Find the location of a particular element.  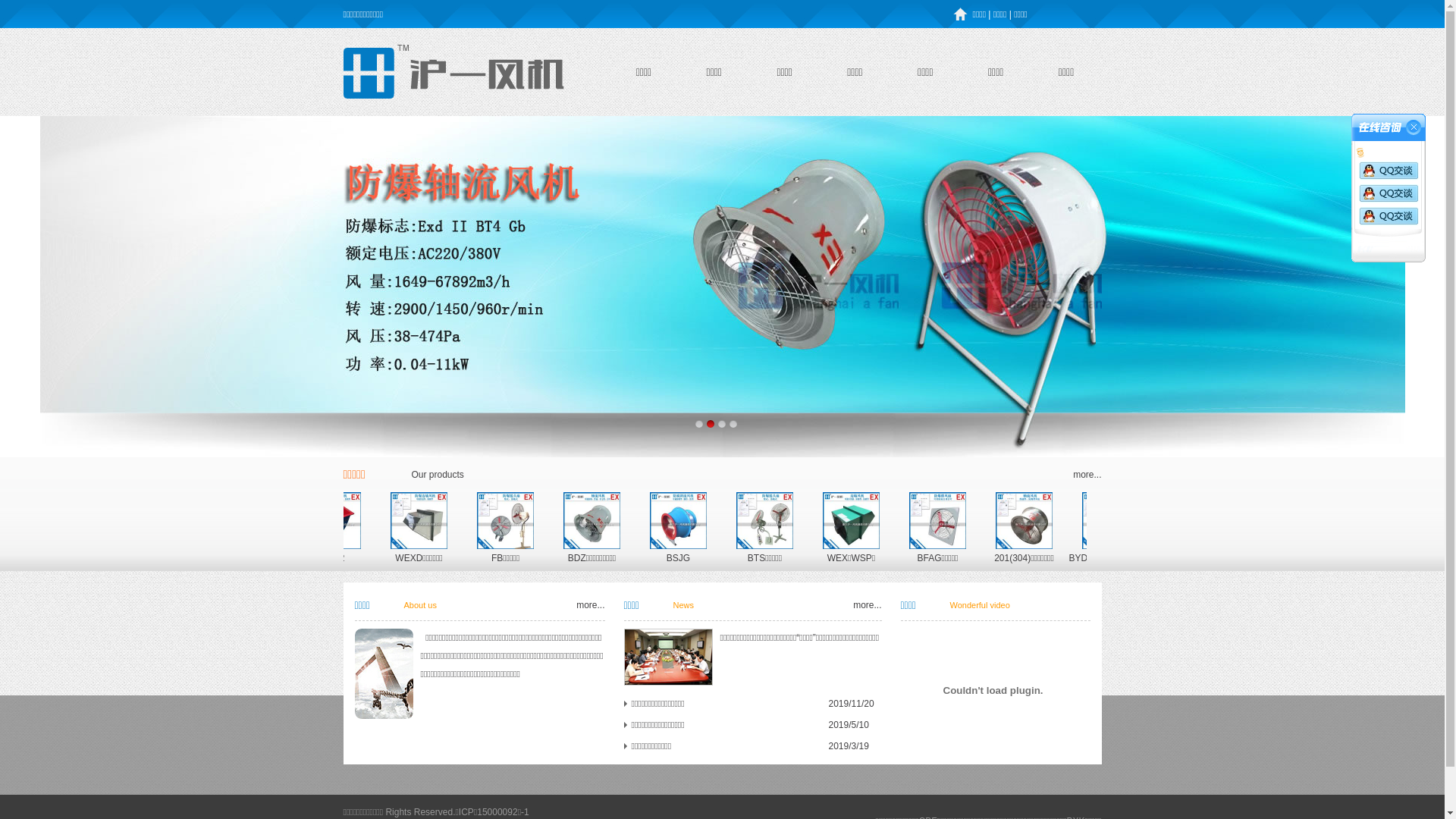

'4' is located at coordinates (733, 423).